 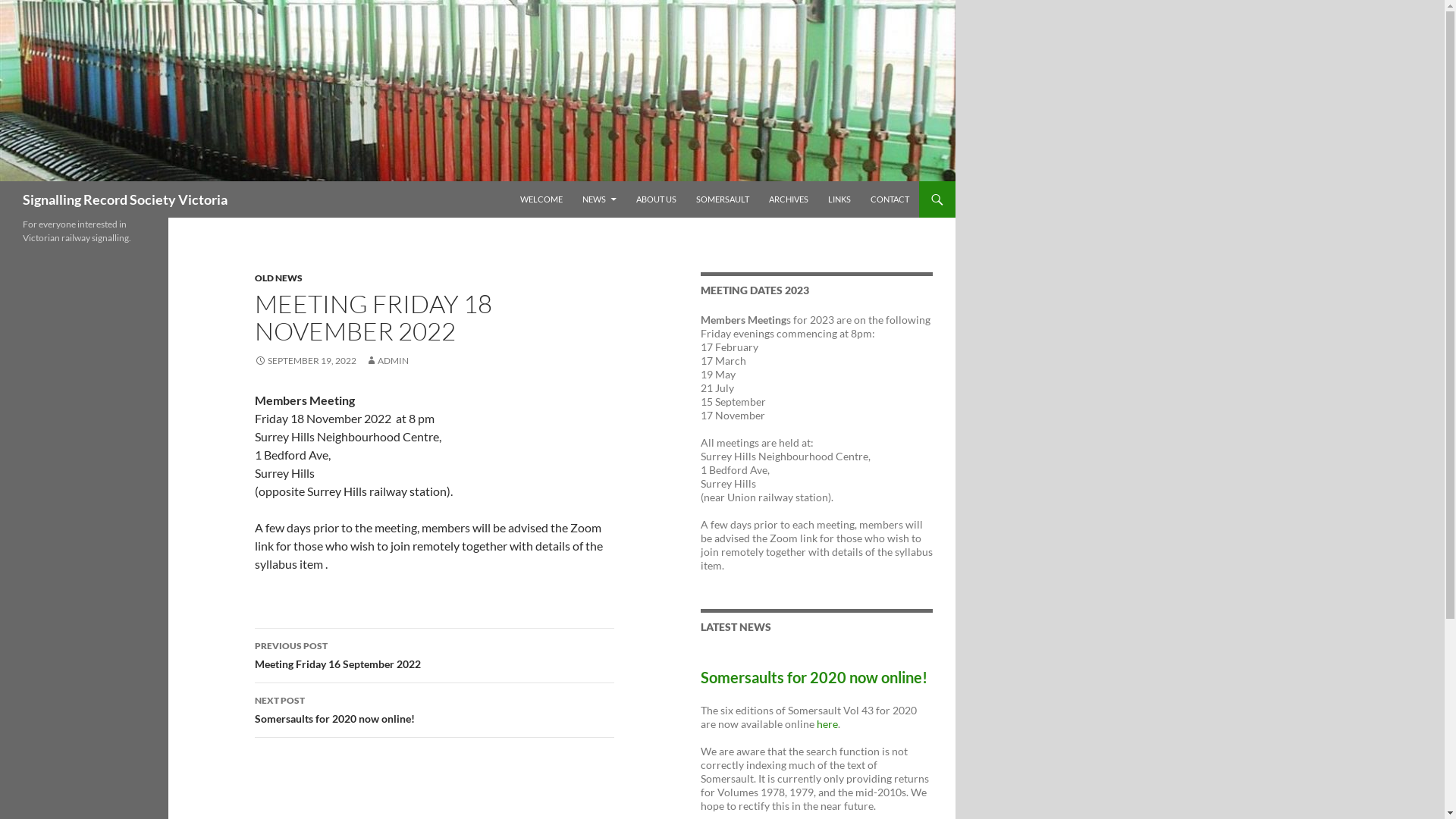 I want to click on 'Signalling Record Society Victoria', so click(x=124, y=198).